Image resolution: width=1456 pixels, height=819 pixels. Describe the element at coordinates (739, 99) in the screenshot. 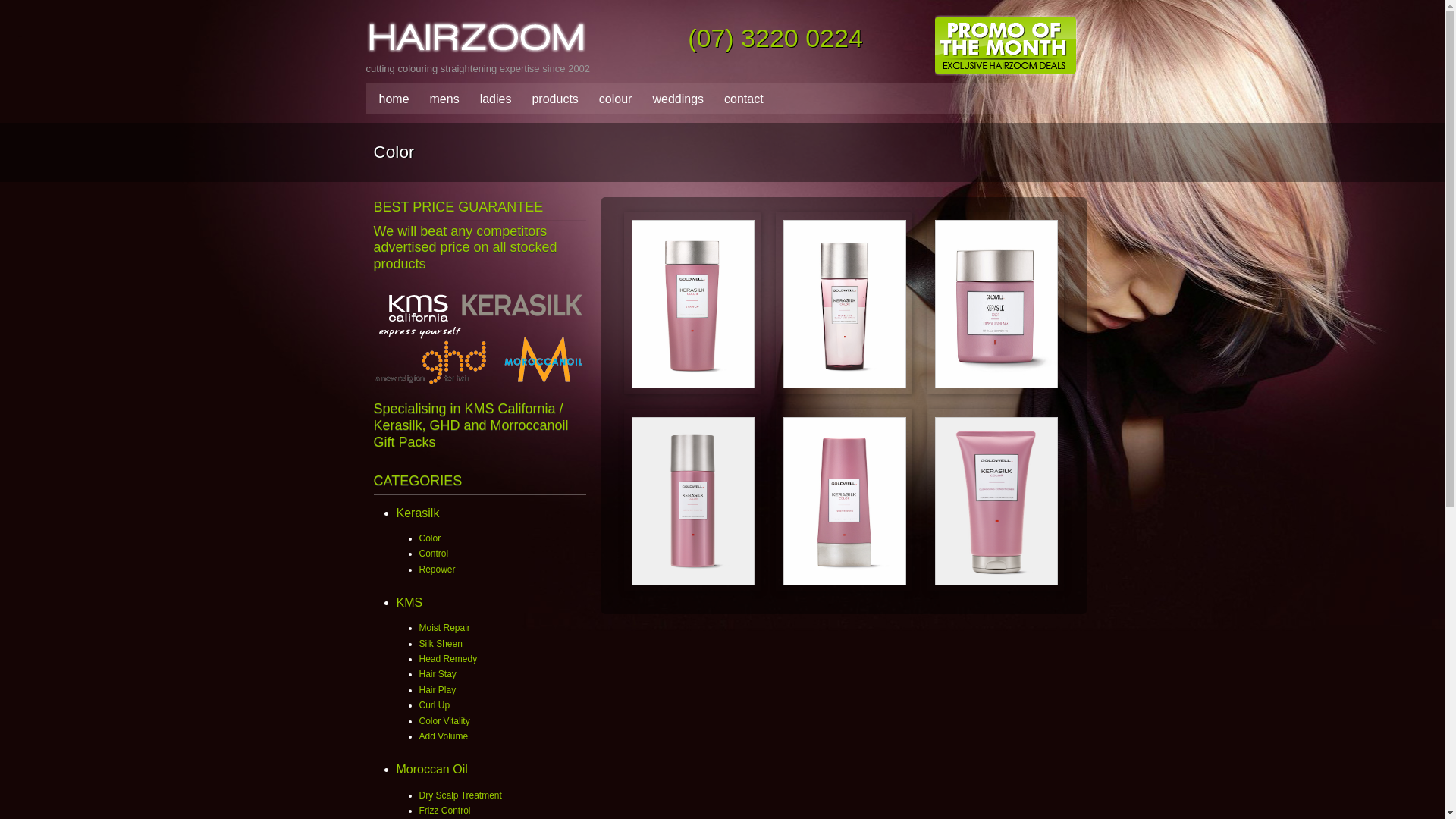

I see `'contact'` at that location.